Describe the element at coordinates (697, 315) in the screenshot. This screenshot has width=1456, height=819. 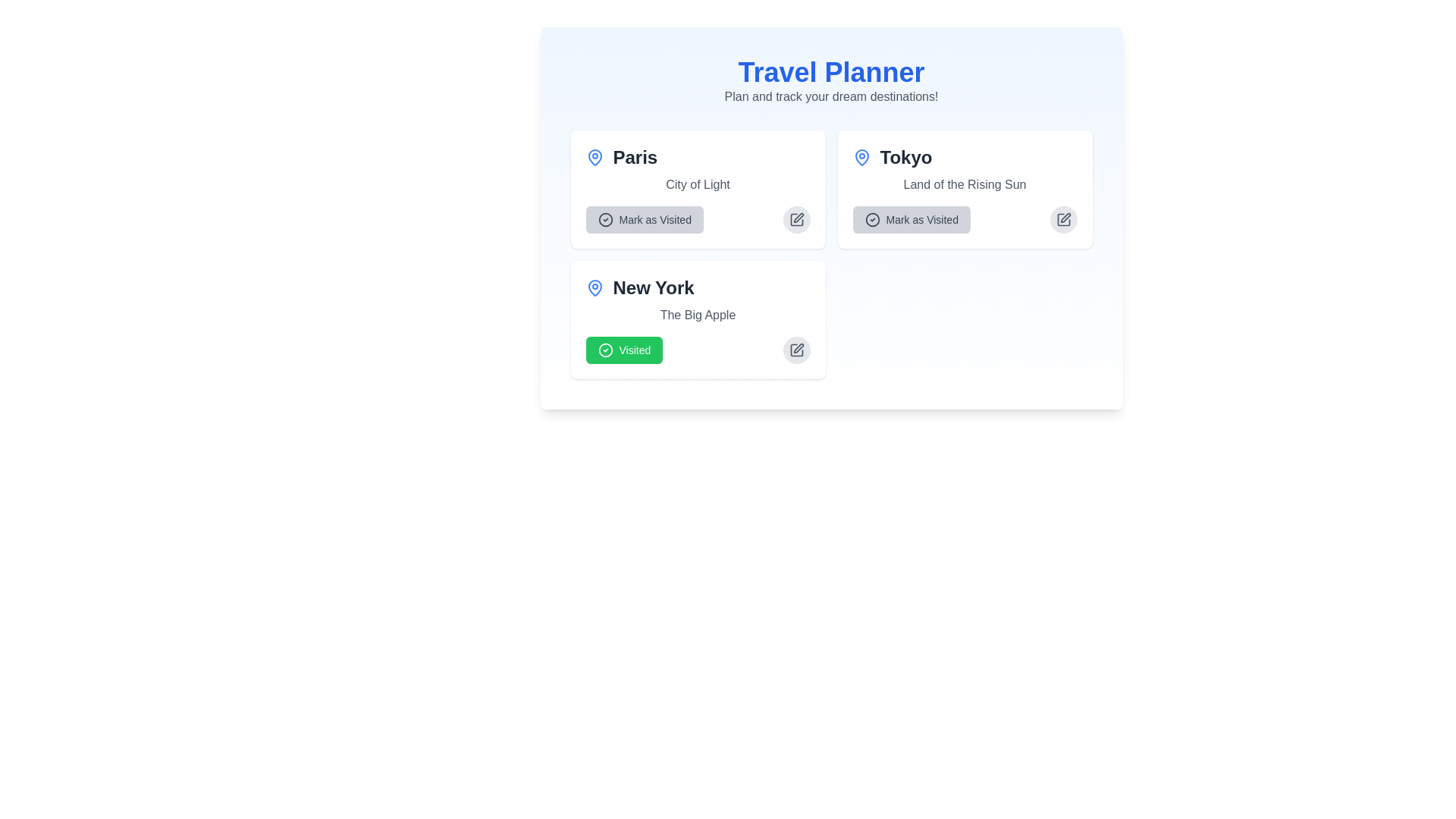
I see `the Static Text Element that displays the tagline 'The Big Apple' located within the New York City card, positioned below the header 'New York' and above the 'Visited' button` at that location.